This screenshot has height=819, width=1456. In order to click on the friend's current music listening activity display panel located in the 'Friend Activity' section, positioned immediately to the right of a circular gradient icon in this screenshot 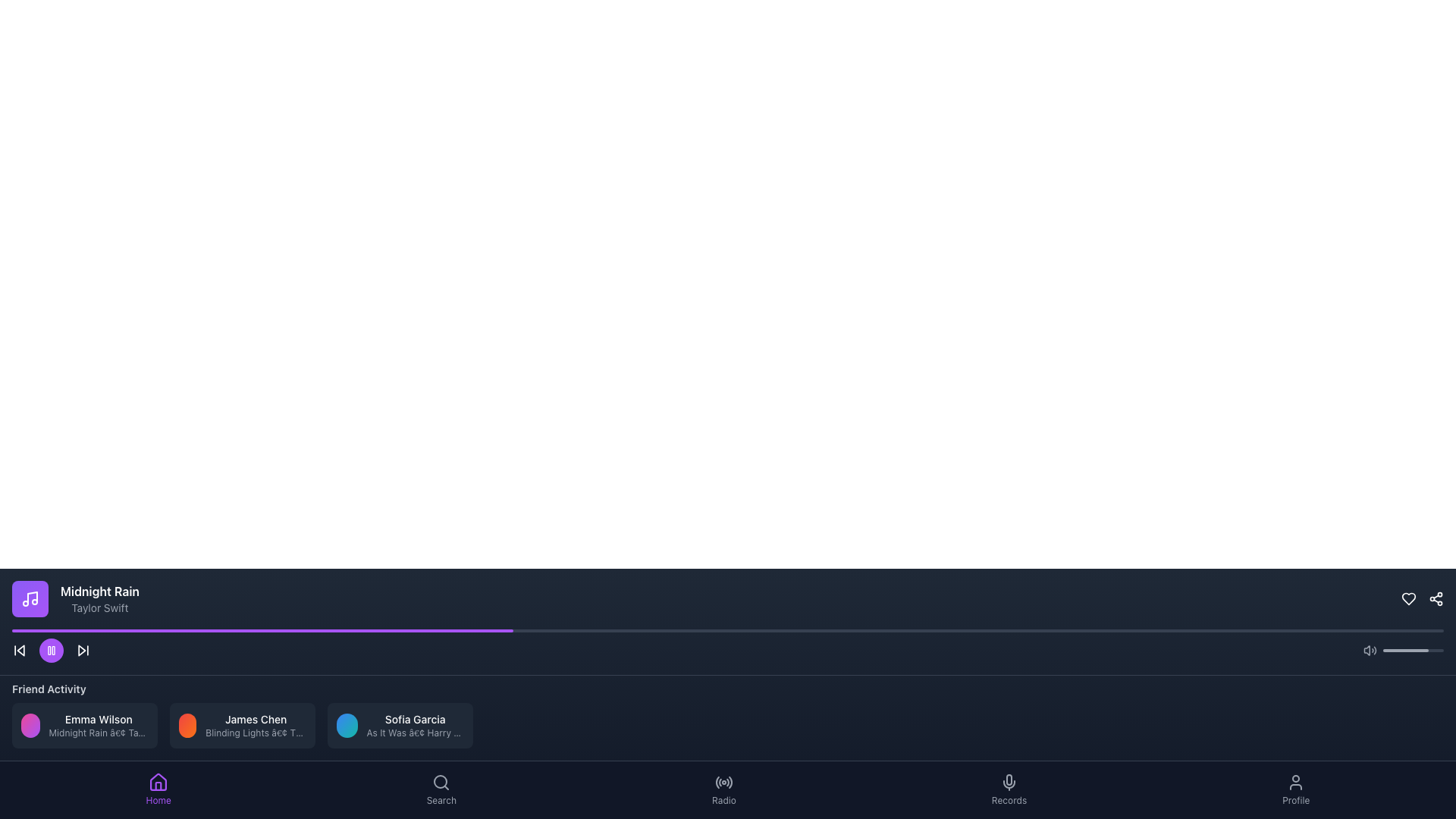, I will do `click(98, 724)`.